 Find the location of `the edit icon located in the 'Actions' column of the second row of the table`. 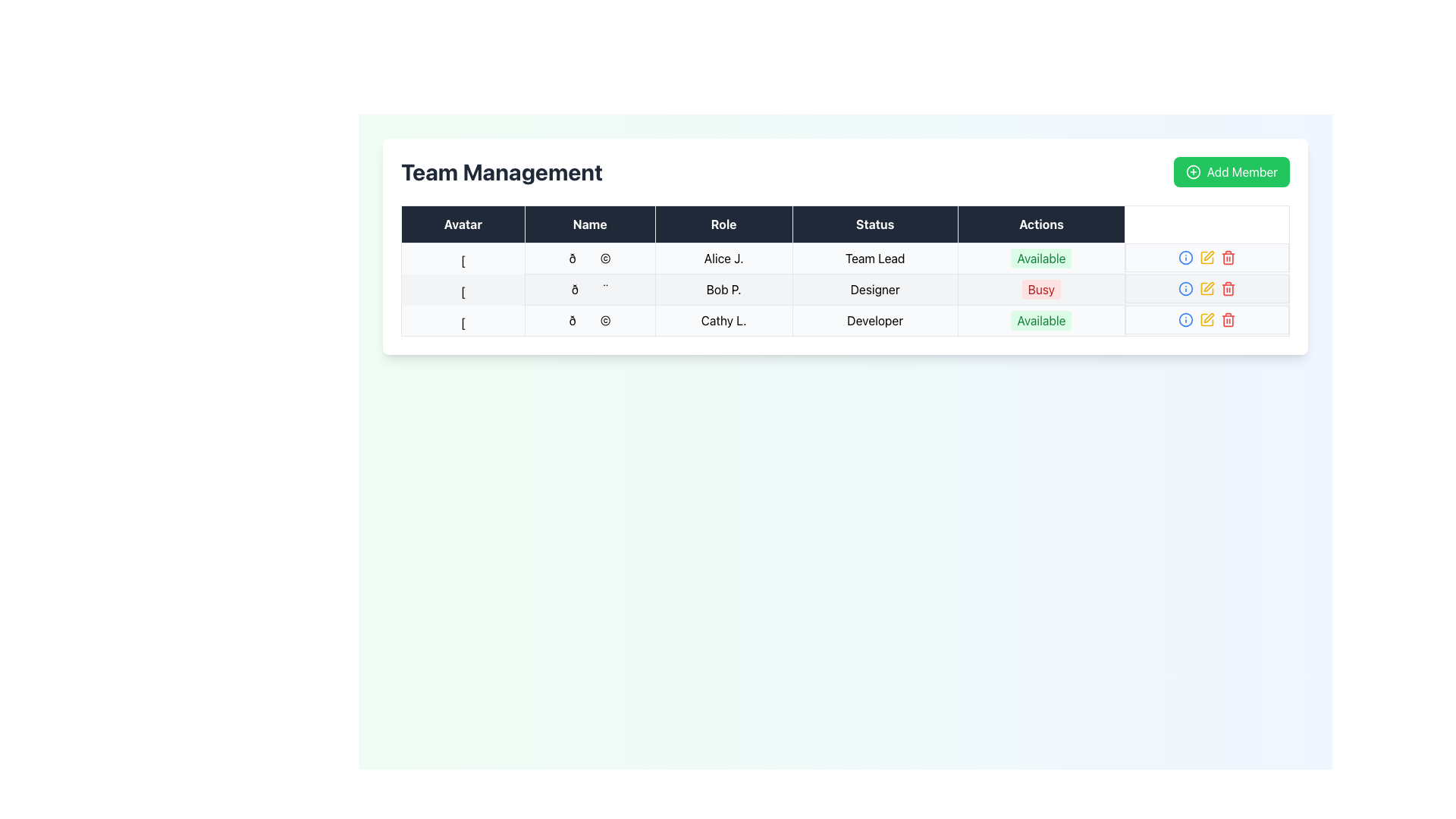

the edit icon located in the 'Actions' column of the second row of the table is located at coordinates (1207, 256).